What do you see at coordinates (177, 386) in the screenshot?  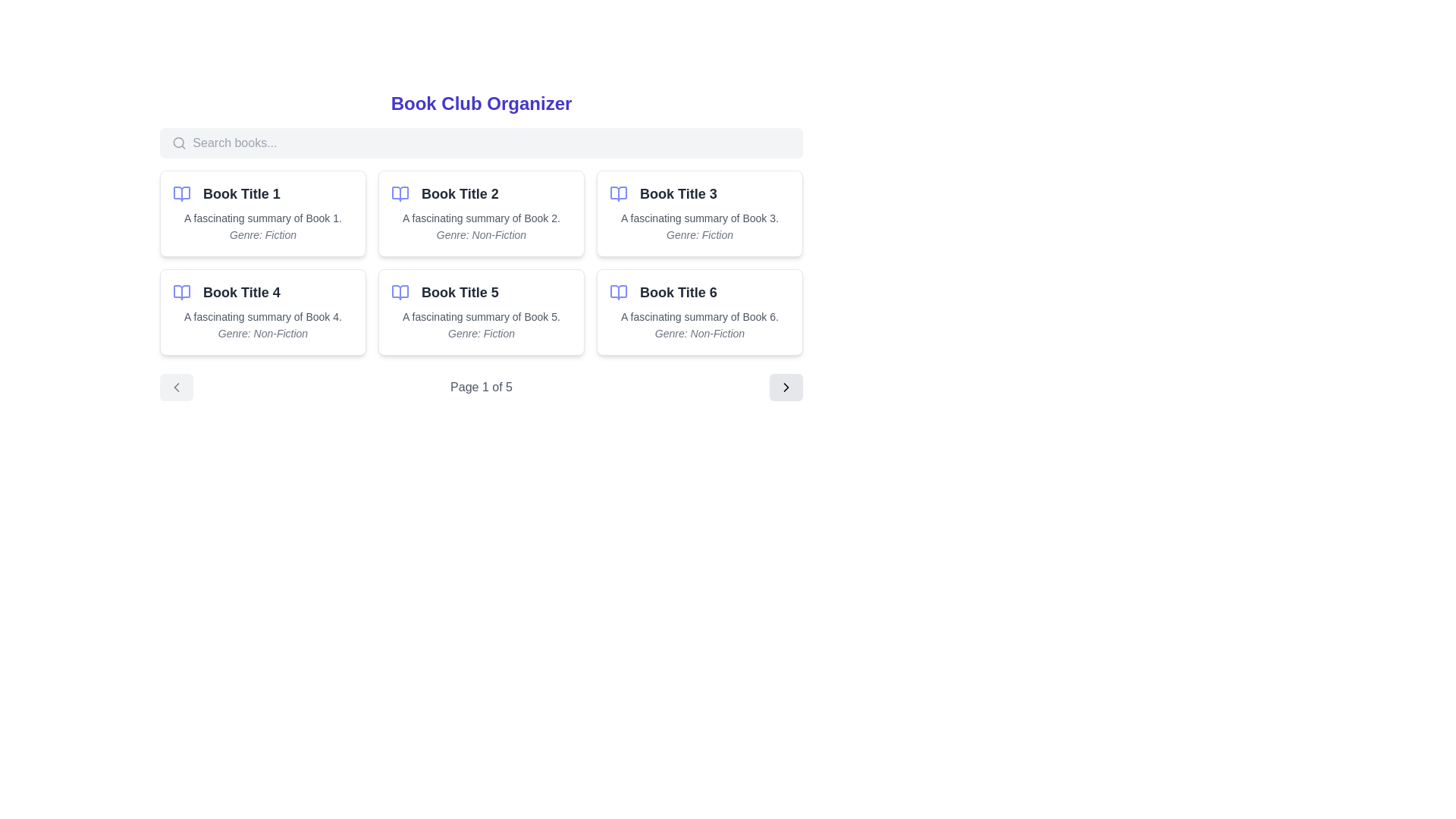 I see `the chevron icon located in the circular button at the bottom-left corner of the user interface` at bounding box center [177, 386].